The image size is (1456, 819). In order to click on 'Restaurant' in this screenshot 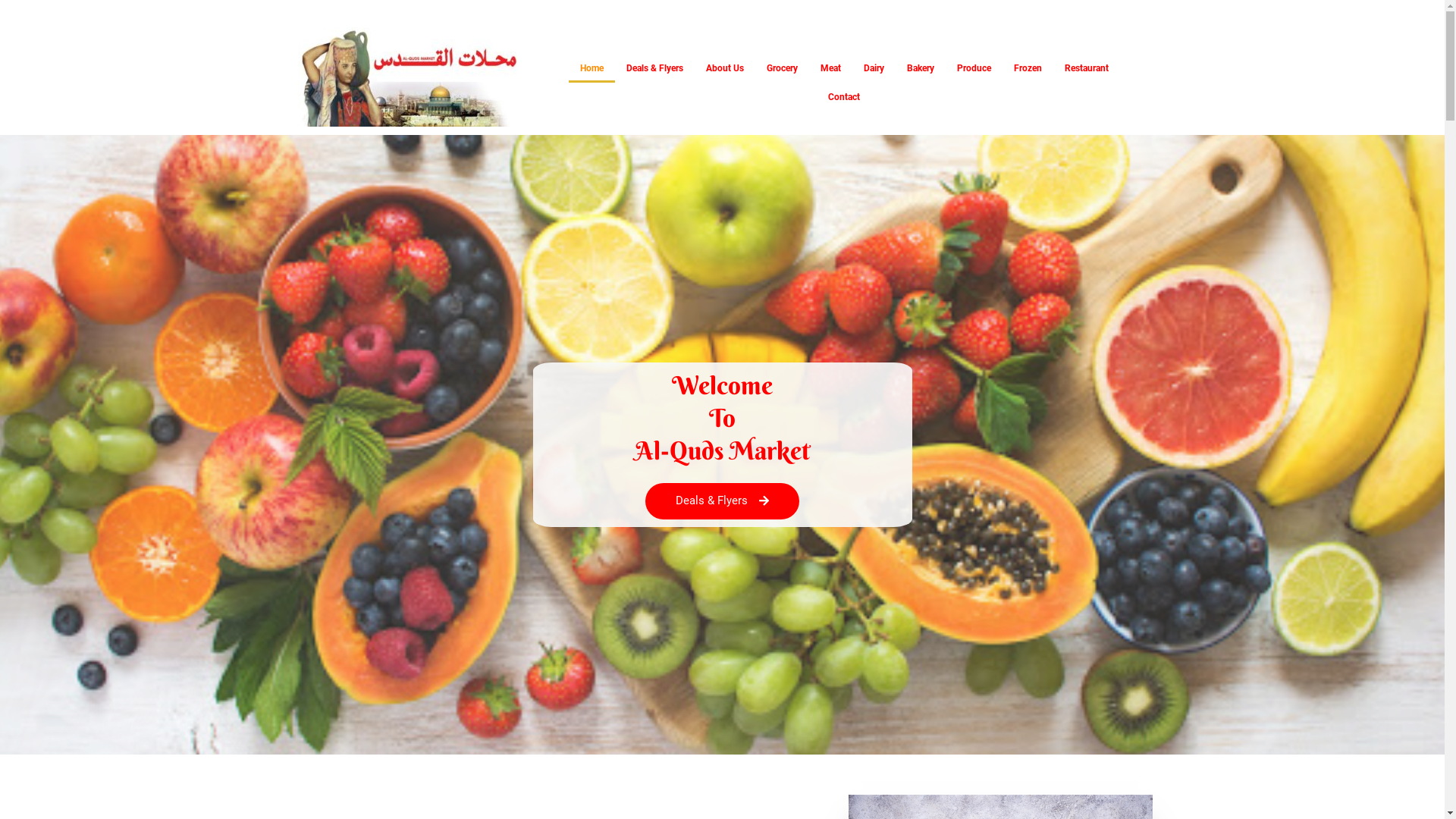, I will do `click(1086, 67)`.